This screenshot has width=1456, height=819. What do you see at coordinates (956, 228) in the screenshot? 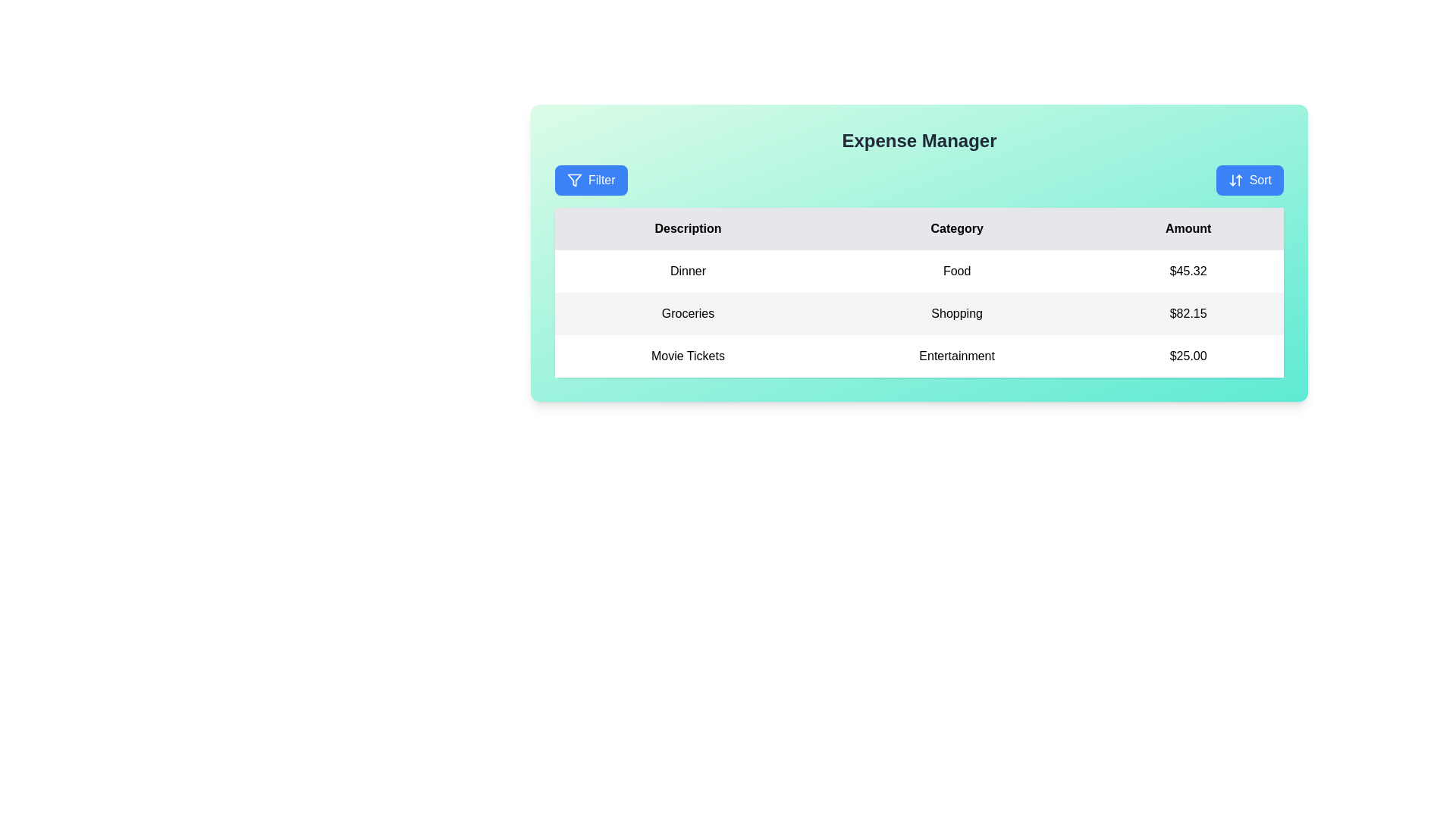
I see `the 'Category' text label element, which is the second column header in a table row, labeled with black font on a light gray background` at bounding box center [956, 228].